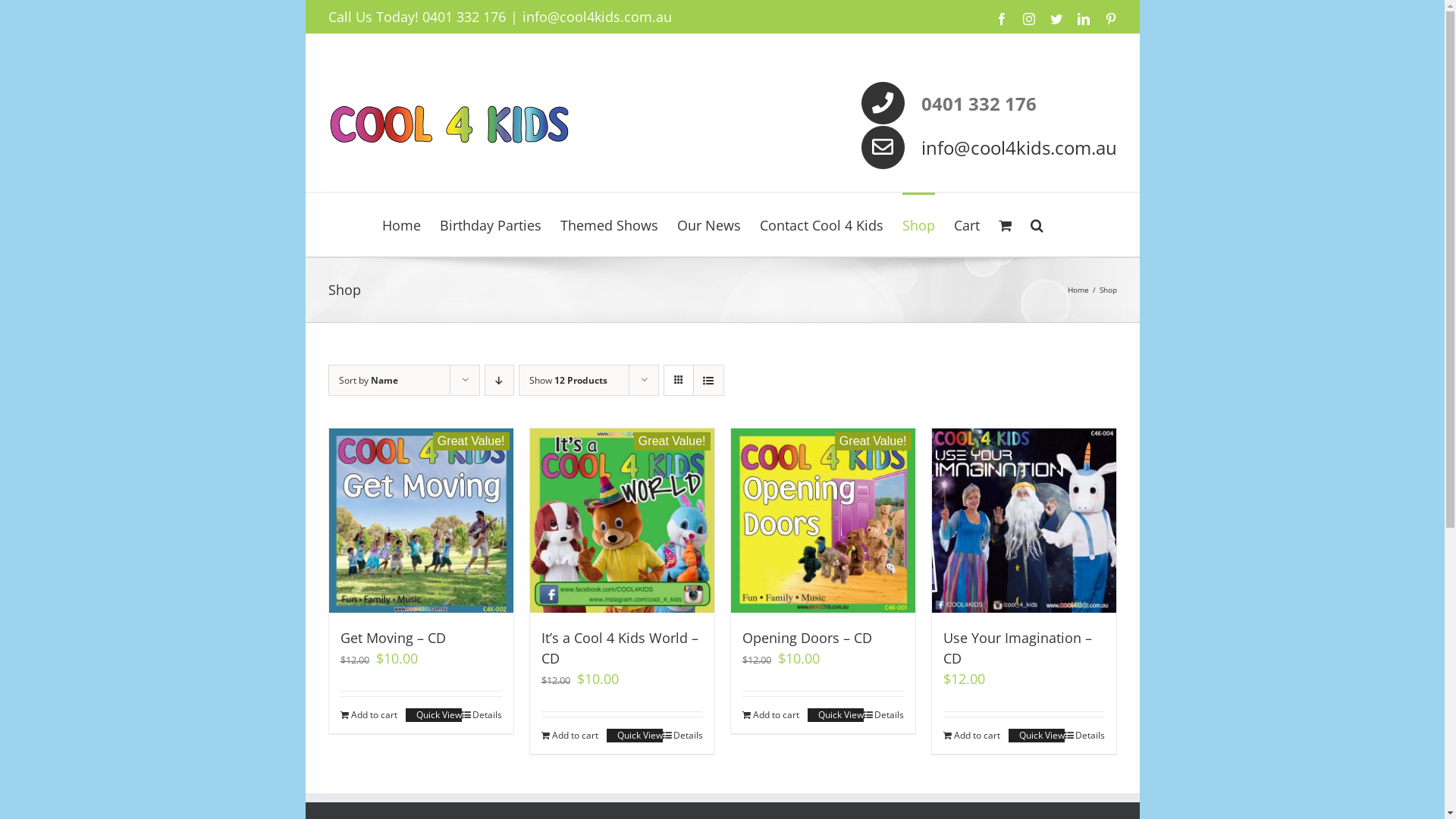 Image resolution: width=1456 pixels, height=819 pixels. I want to click on 'Instagram', so click(1028, 18).